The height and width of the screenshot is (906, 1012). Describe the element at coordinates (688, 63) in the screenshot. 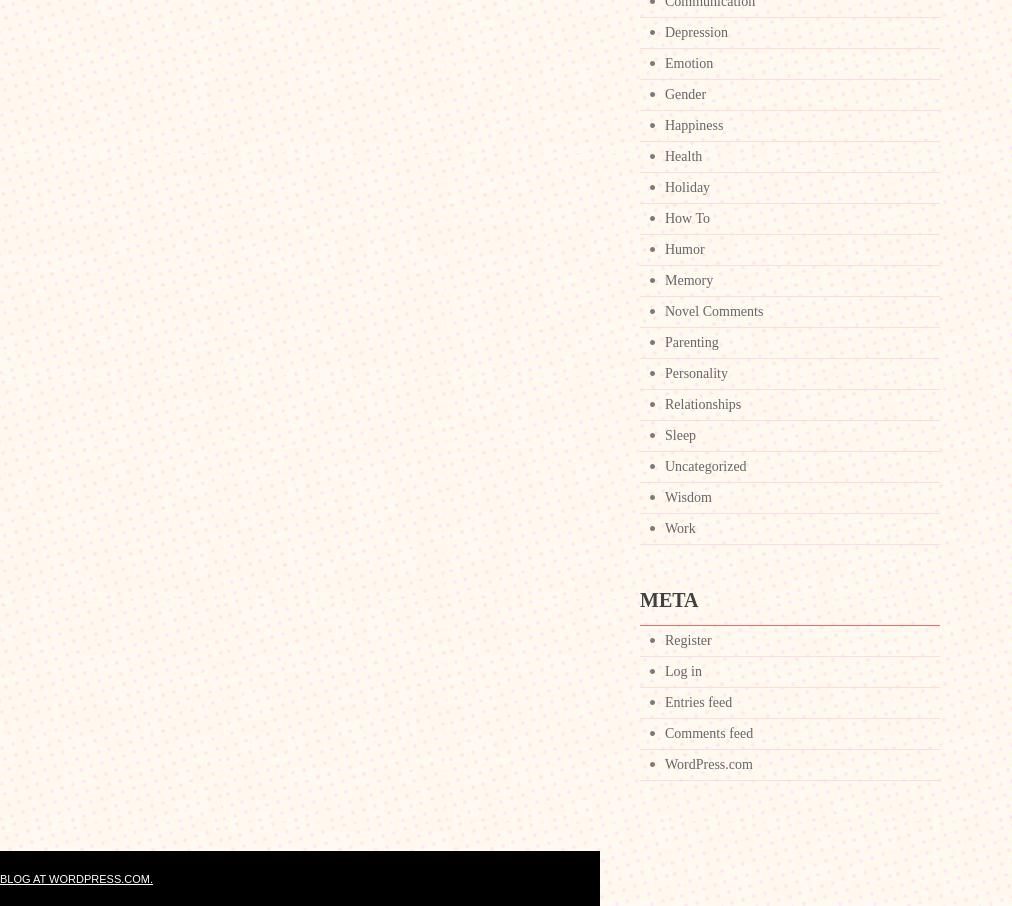

I see `'Emotion'` at that location.